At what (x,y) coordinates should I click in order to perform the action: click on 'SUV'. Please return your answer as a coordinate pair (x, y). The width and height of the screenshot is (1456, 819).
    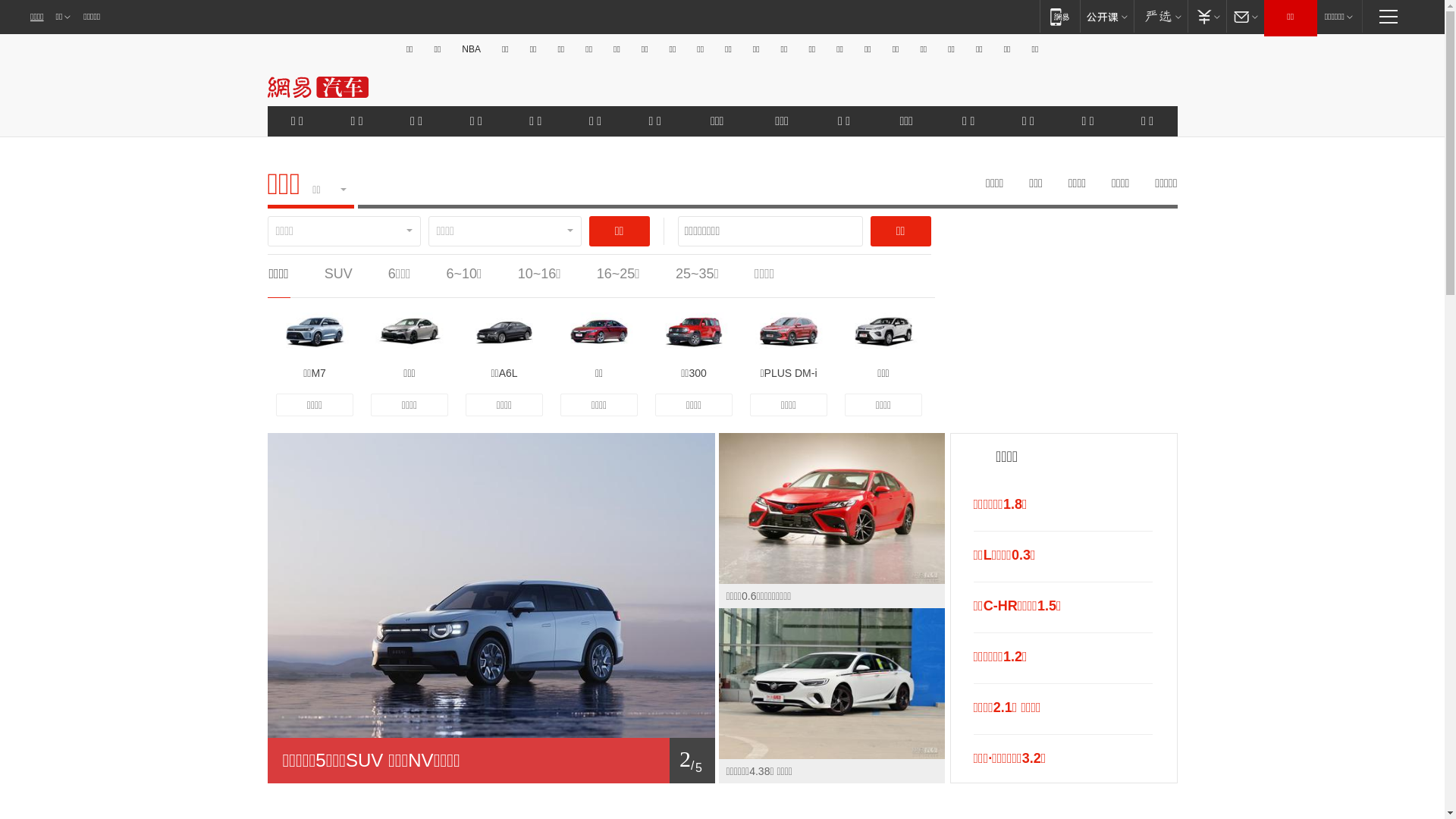
    Looking at the image, I should click on (337, 274).